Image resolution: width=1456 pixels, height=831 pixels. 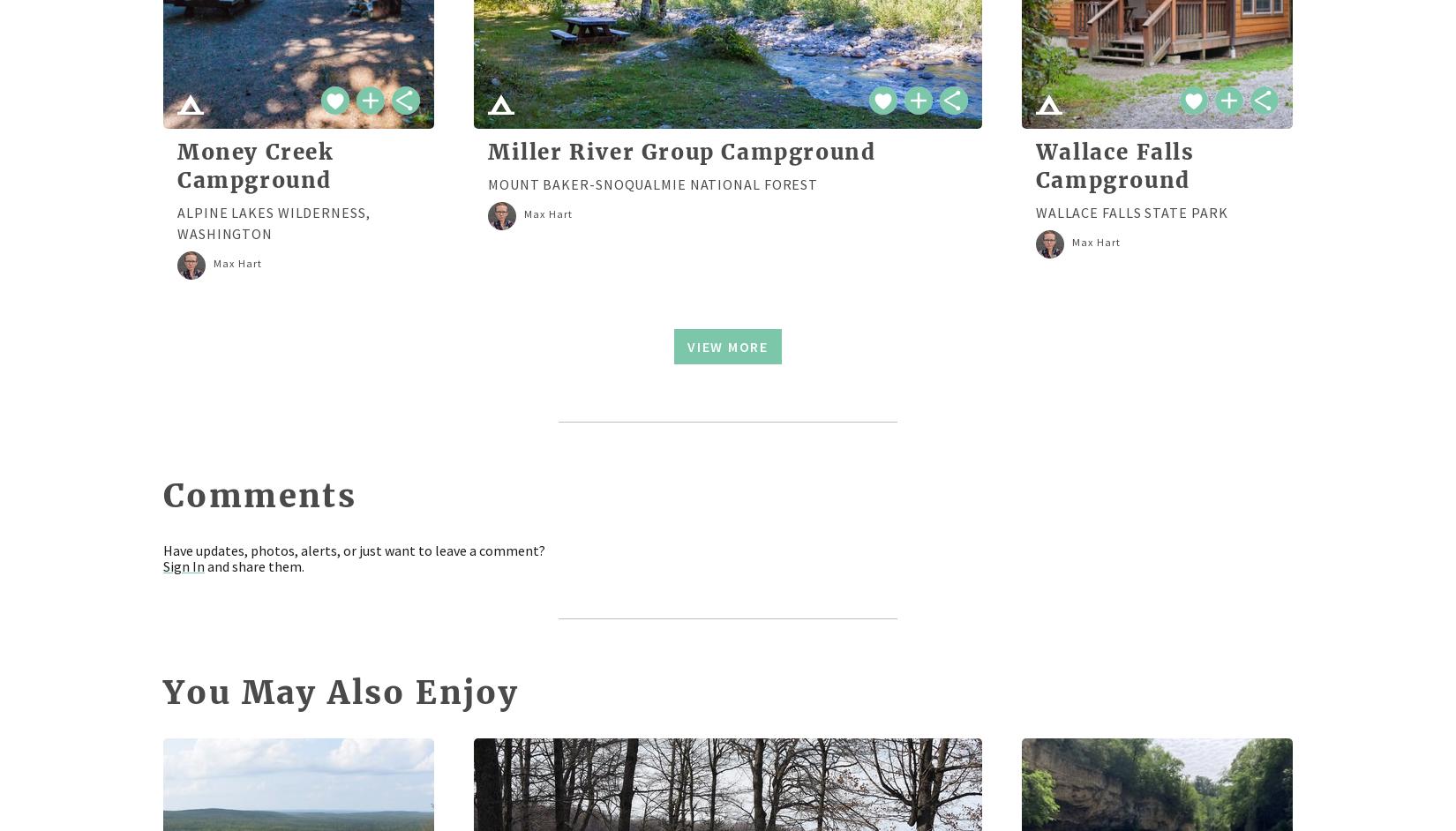 I want to click on 'Comments', so click(x=162, y=494).